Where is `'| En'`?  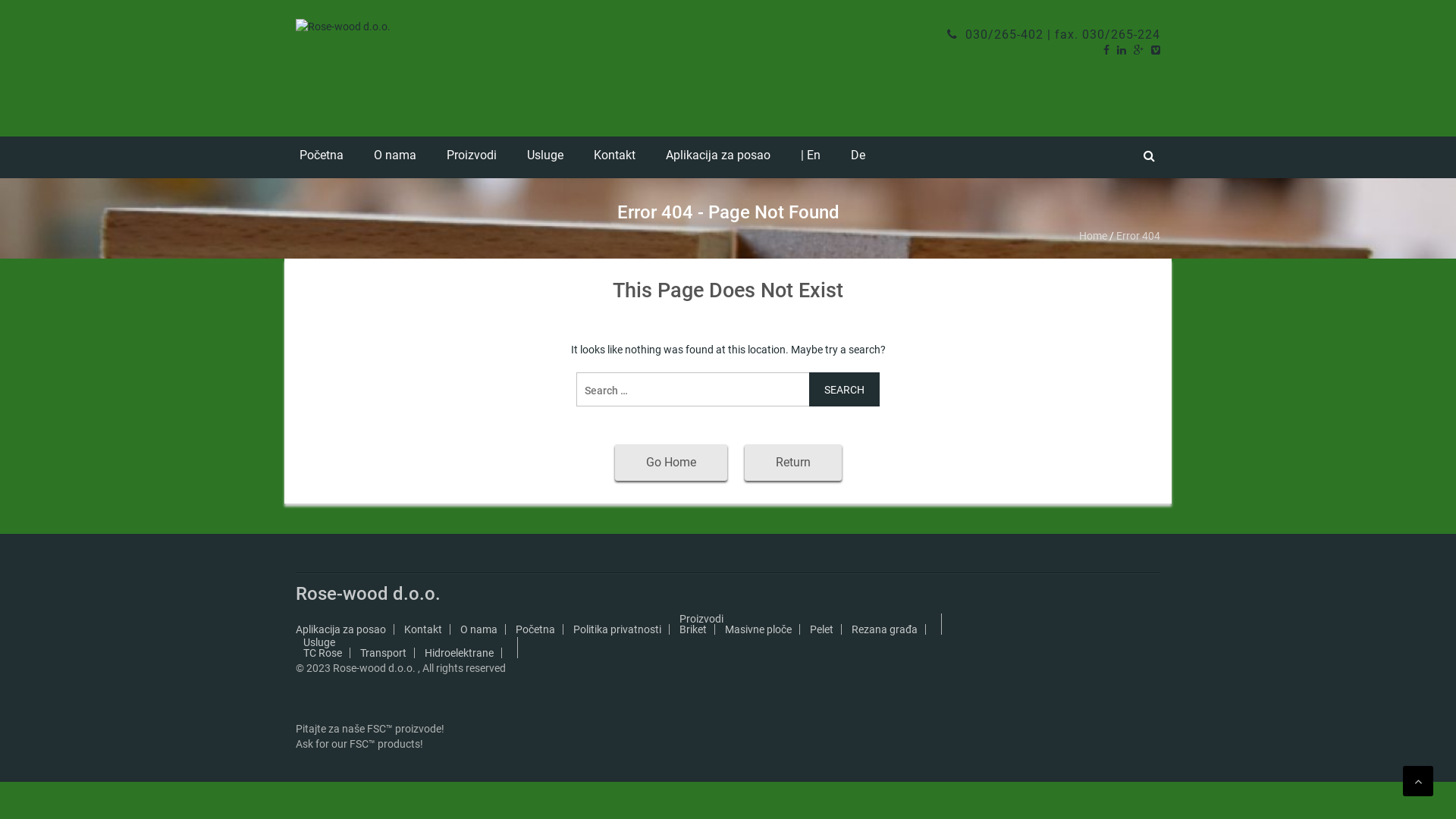
'| En' is located at coordinates (810, 157).